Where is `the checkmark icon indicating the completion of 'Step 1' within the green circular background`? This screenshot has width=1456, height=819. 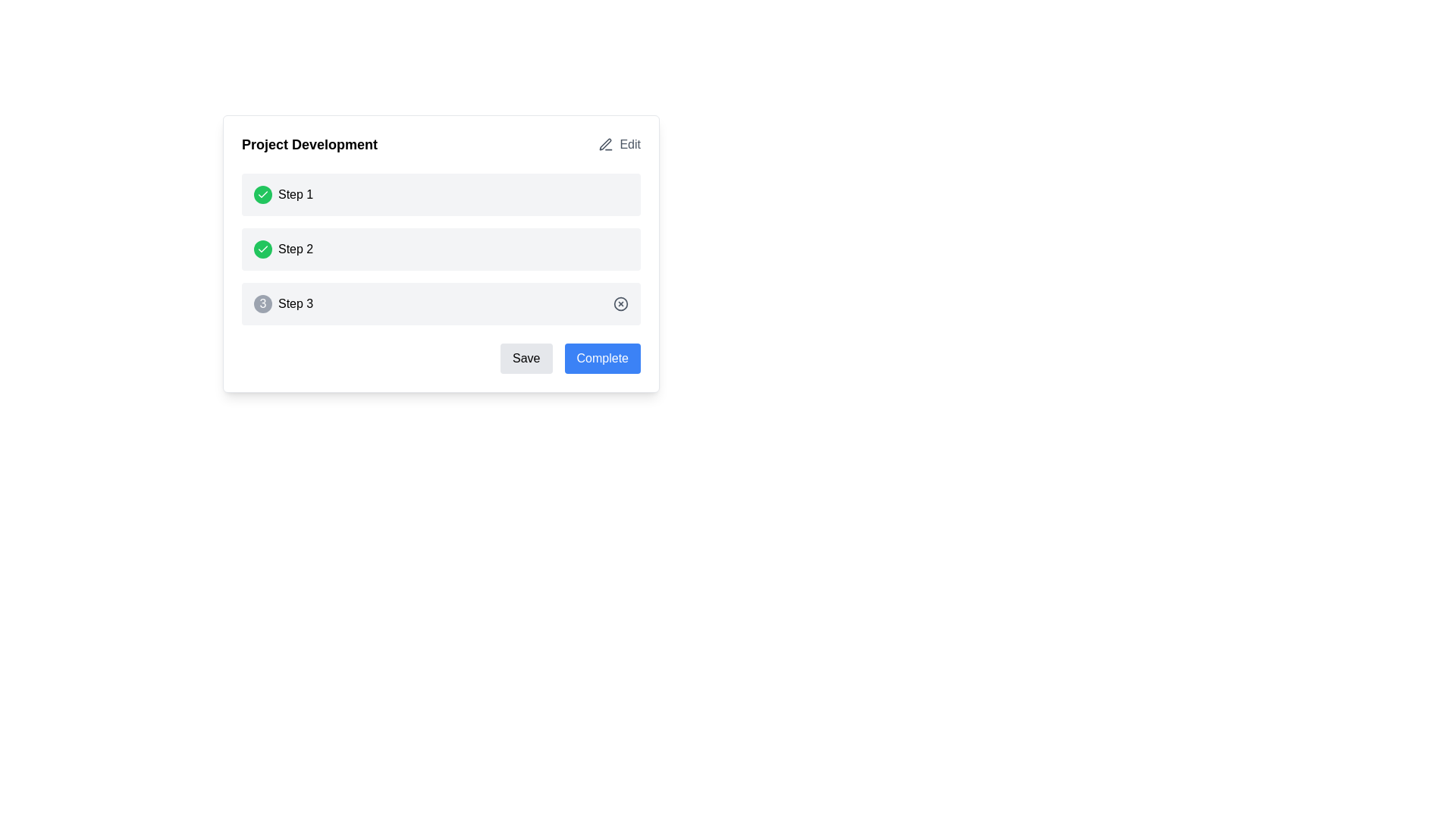 the checkmark icon indicating the completion of 'Step 1' within the green circular background is located at coordinates (262, 248).